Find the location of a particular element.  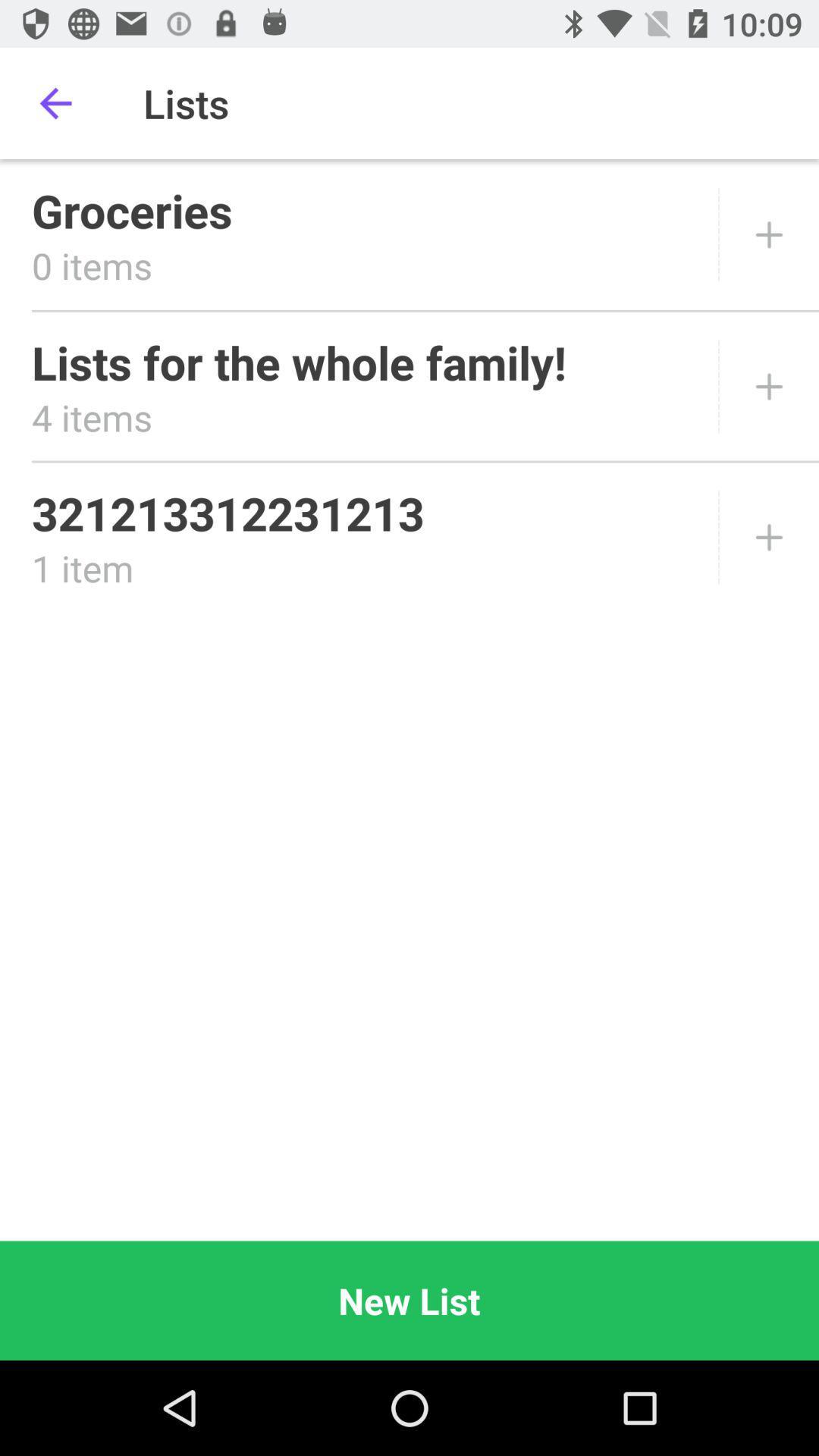

item to the left of the lists icon is located at coordinates (55, 102).